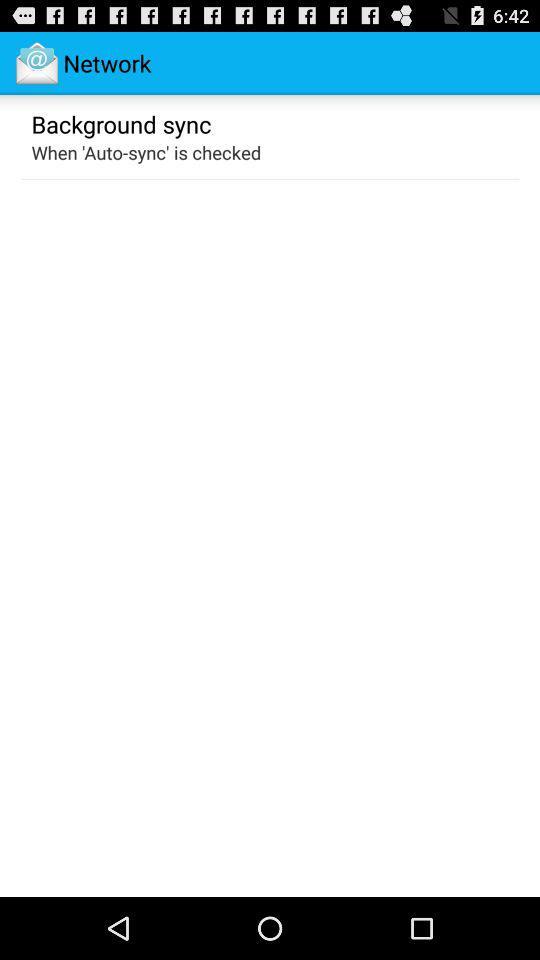  What do you see at coordinates (121, 122) in the screenshot?
I see `the item above when auto sync` at bounding box center [121, 122].